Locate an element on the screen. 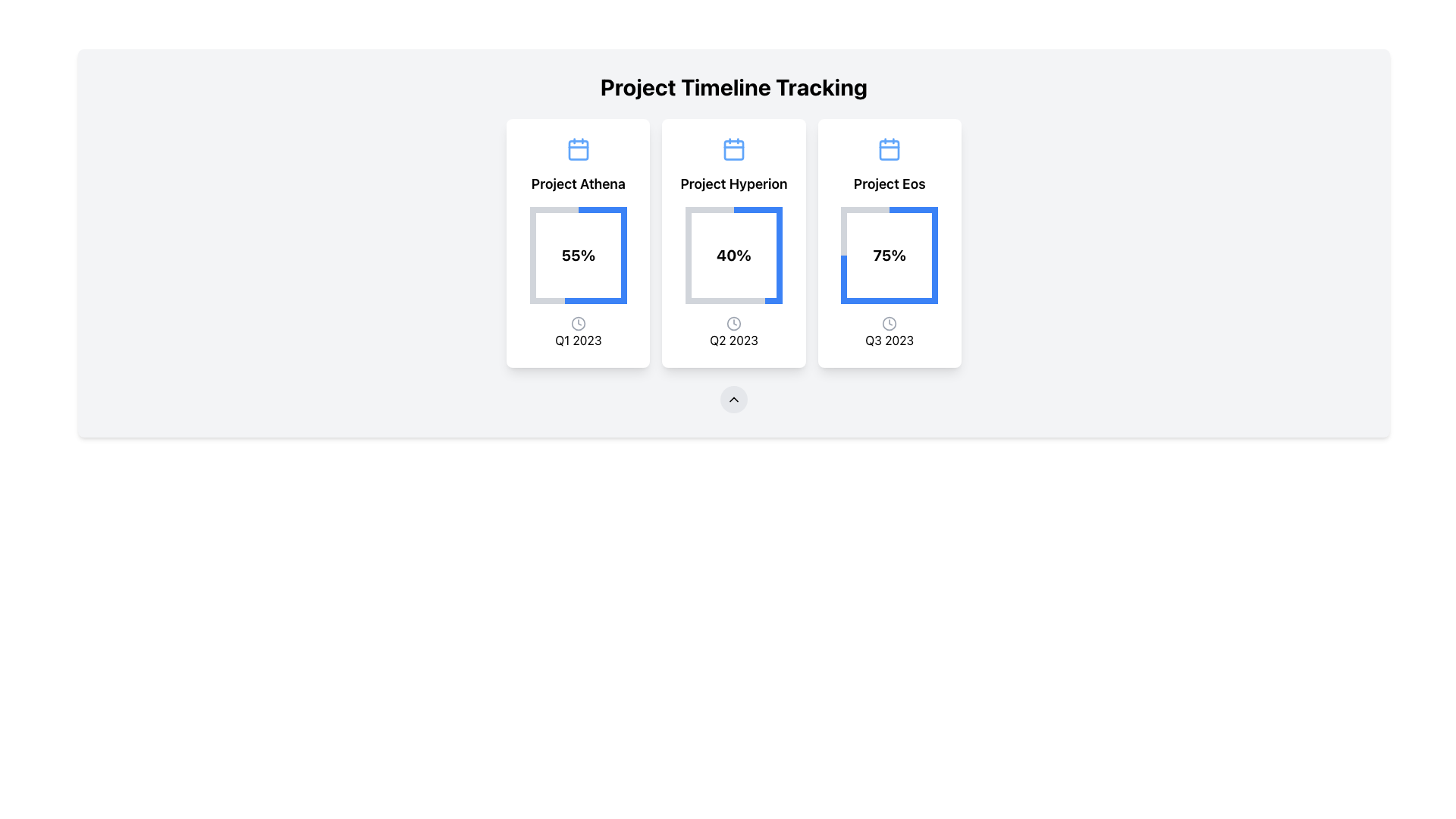 The height and width of the screenshot is (819, 1456). the compact SVG clock icon located in the first card titled 'Project Athena', positioned towards the lower section adjacent to 'Q1 2023' is located at coordinates (577, 323).